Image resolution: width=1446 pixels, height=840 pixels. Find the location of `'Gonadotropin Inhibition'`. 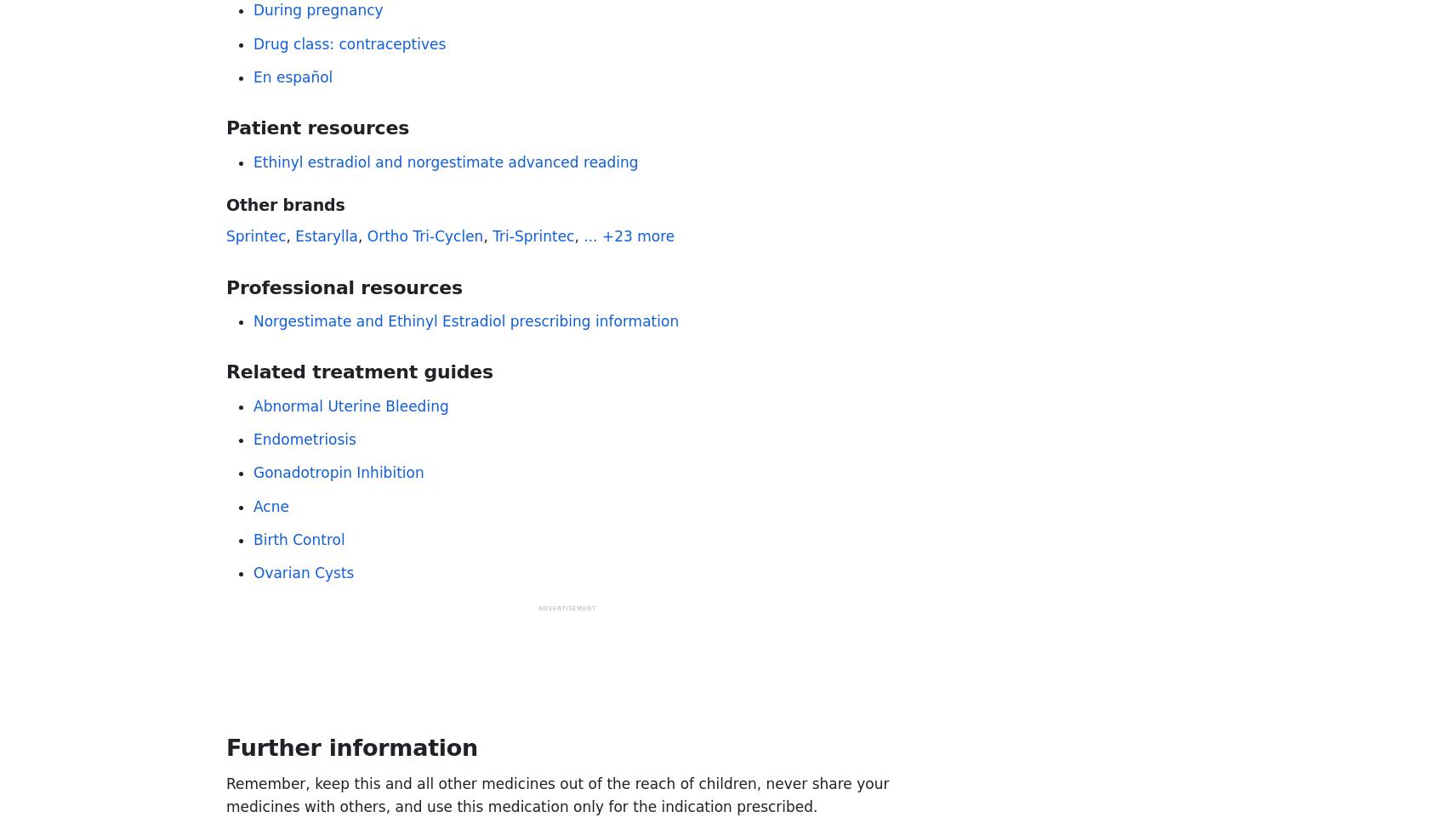

'Gonadotropin Inhibition' is located at coordinates (253, 472).